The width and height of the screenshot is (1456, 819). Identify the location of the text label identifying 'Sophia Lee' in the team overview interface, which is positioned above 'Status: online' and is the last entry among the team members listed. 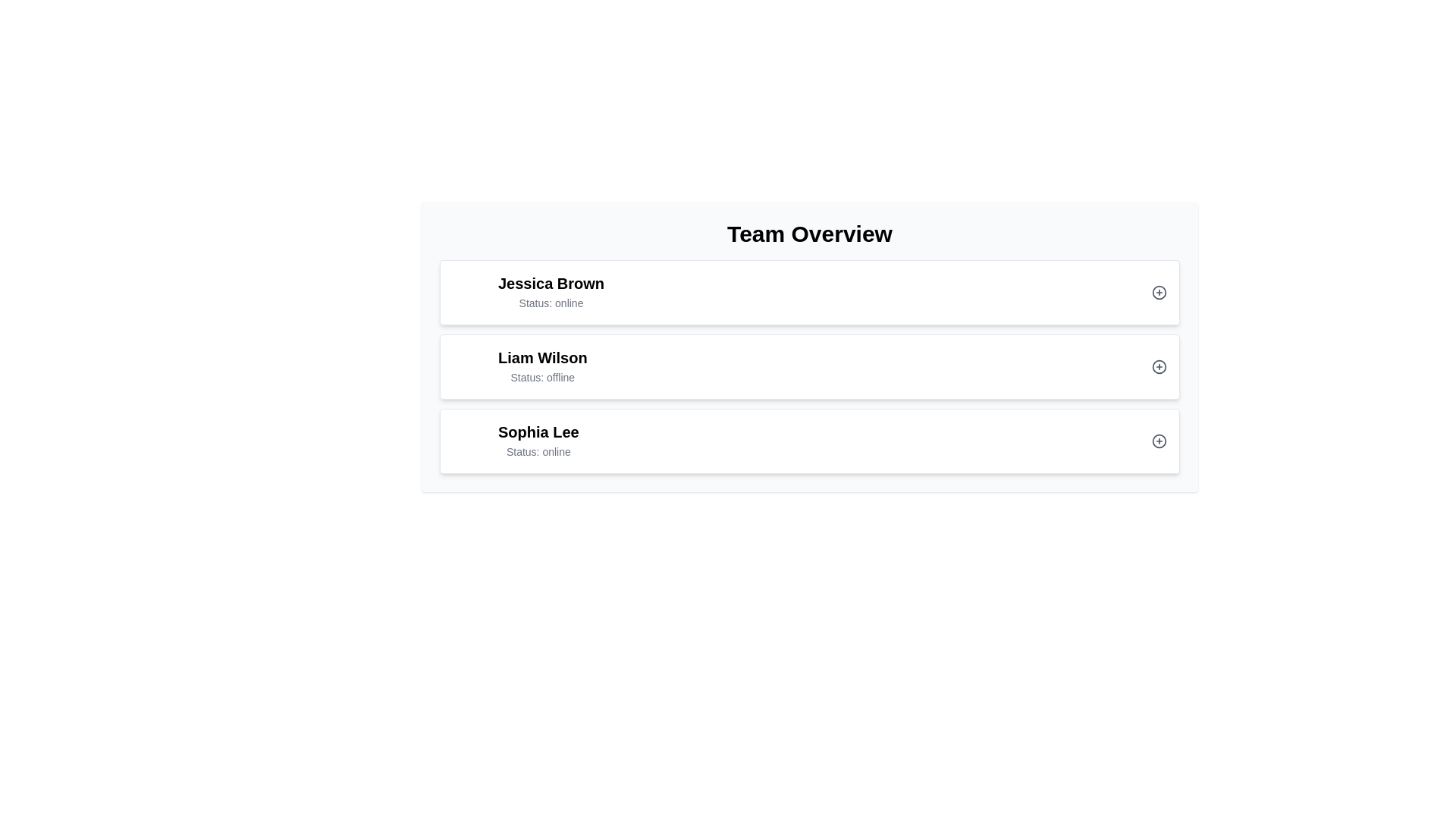
(538, 432).